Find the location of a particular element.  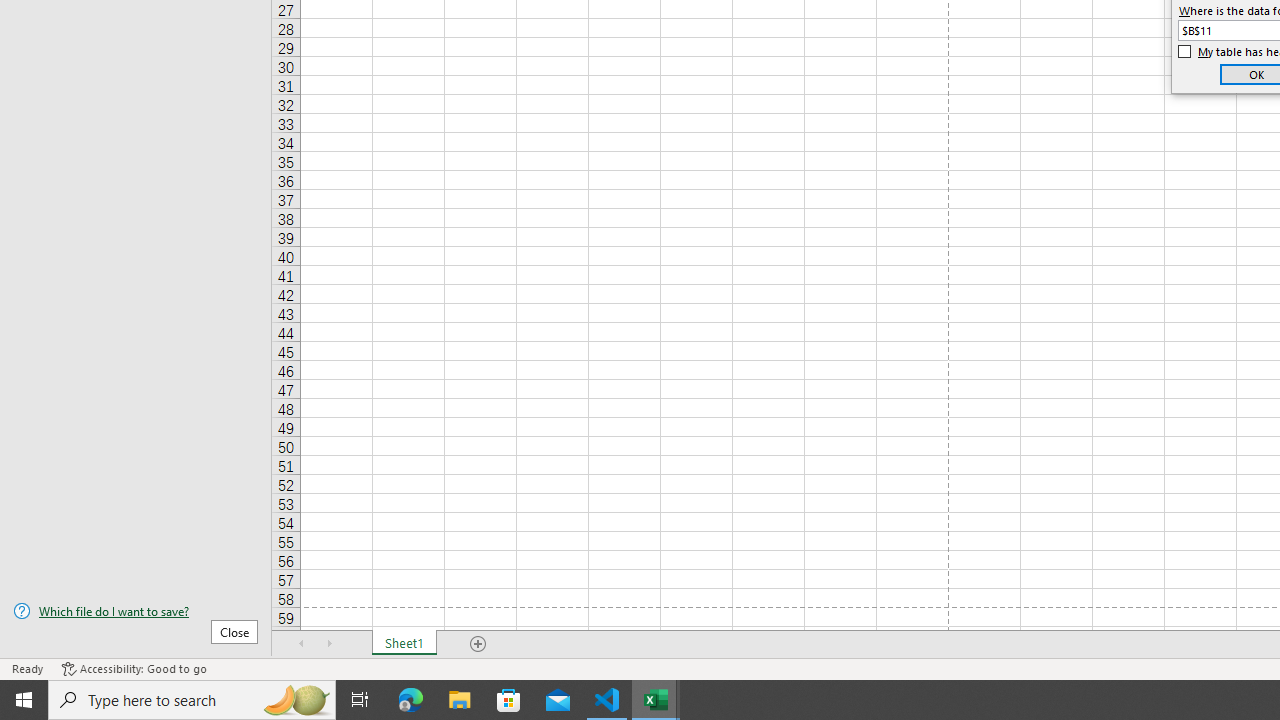

'Sheet1' is located at coordinates (403, 644).